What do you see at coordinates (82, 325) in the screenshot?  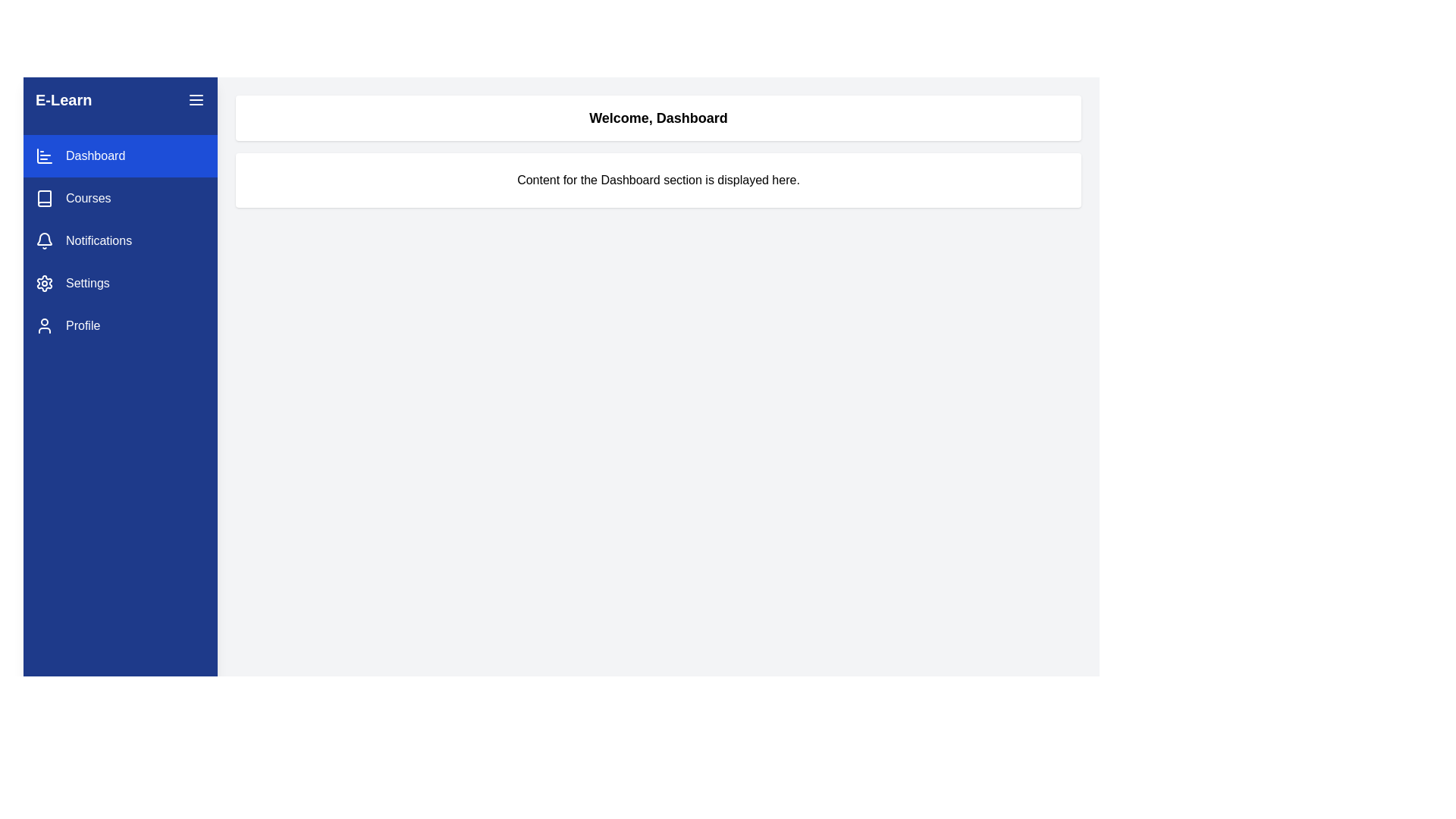 I see `the 'Profile' text label styled in white font against a blue background in the vertical navigation menu on the left side of the interface` at bounding box center [82, 325].